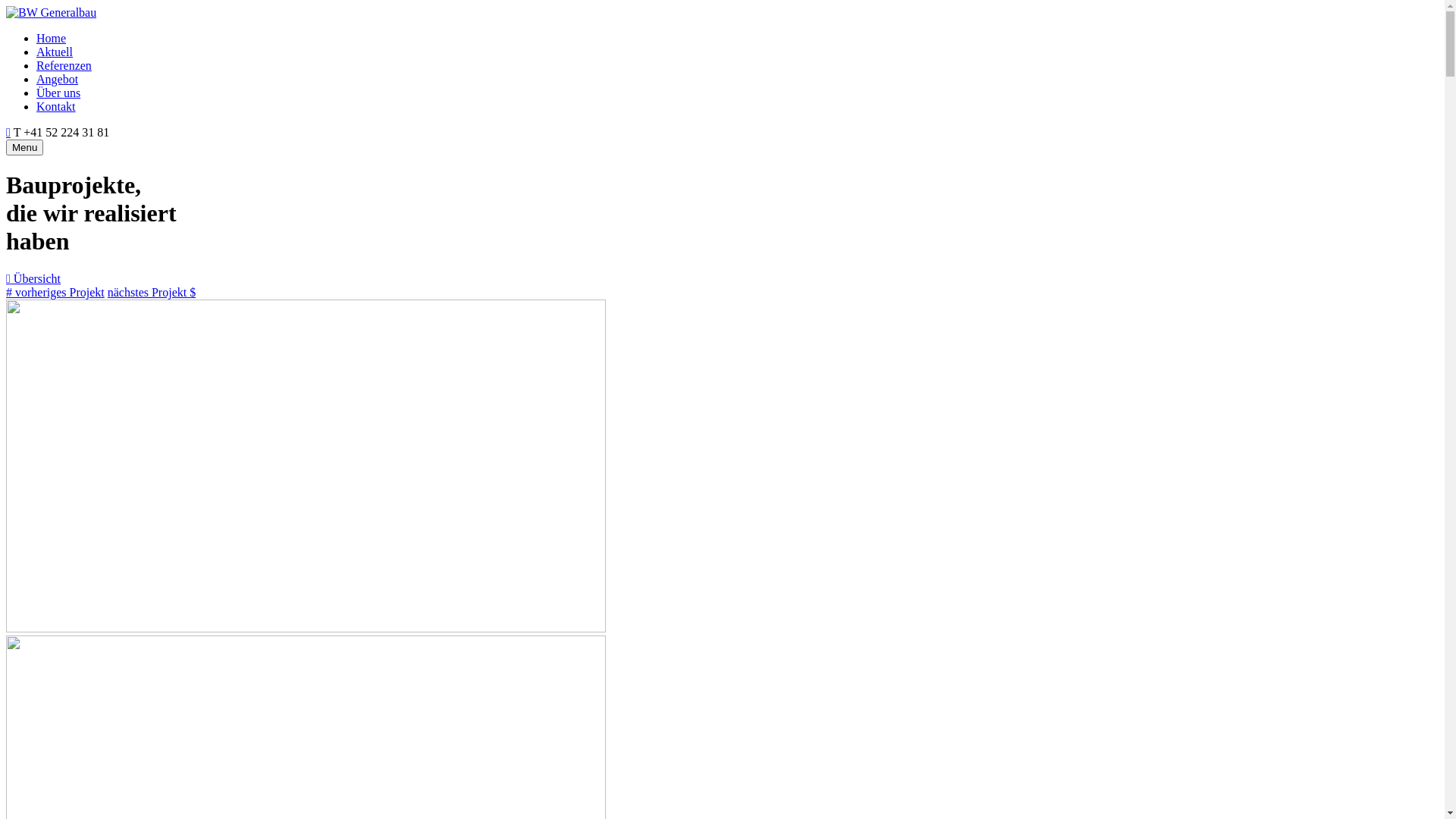 The image size is (1456, 819). Describe the element at coordinates (55, 292) in the screenshot. I see `'vorheriges Projekt'` at that location.